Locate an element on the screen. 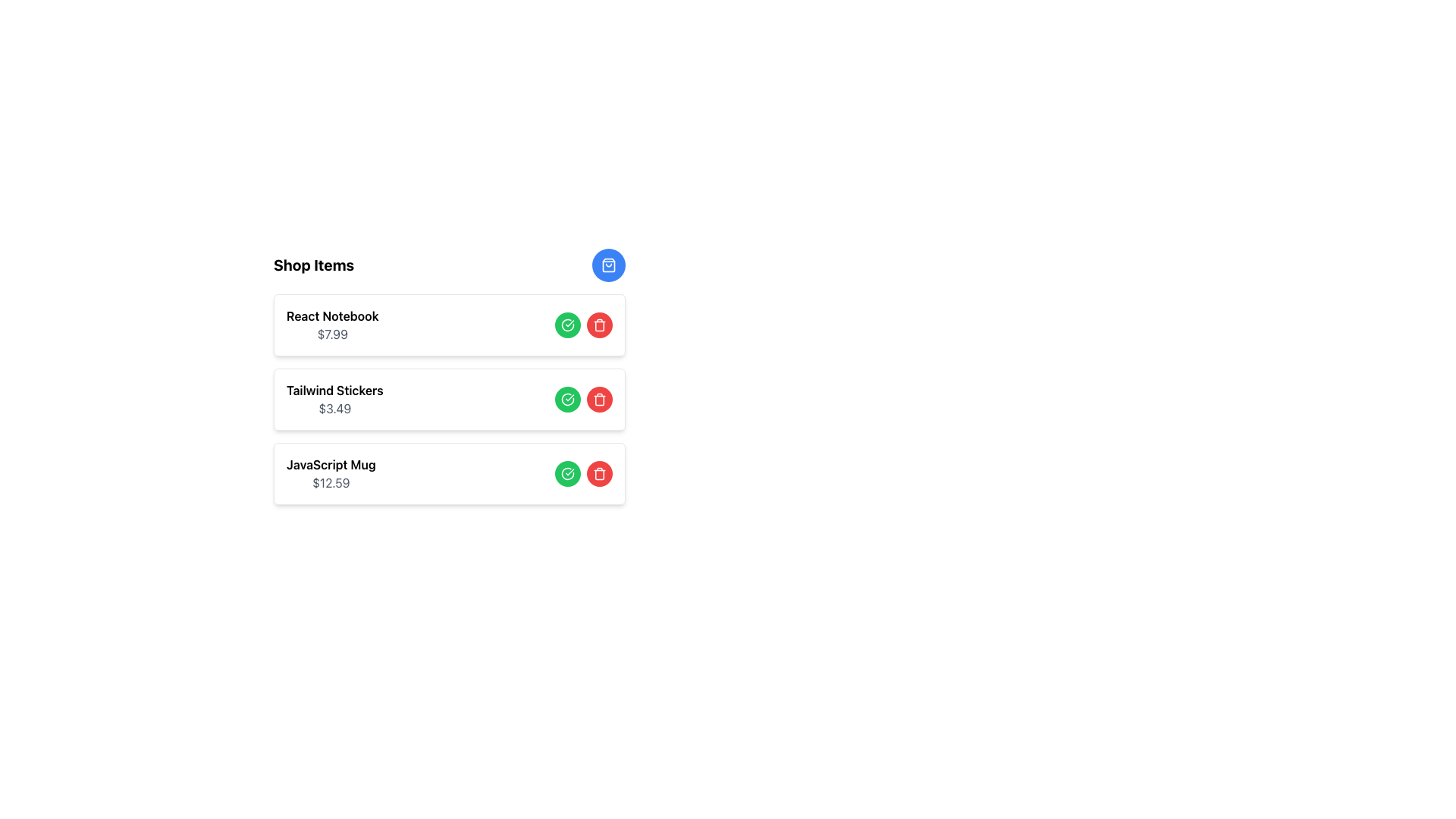 The height and width of the screenshot is (819, 1456). price text '$7.99' displayed in a small, gray-colored font located directly beneath the label 'React Notebook' in the 'Shop Items' column is located at coordinates (331, 333).